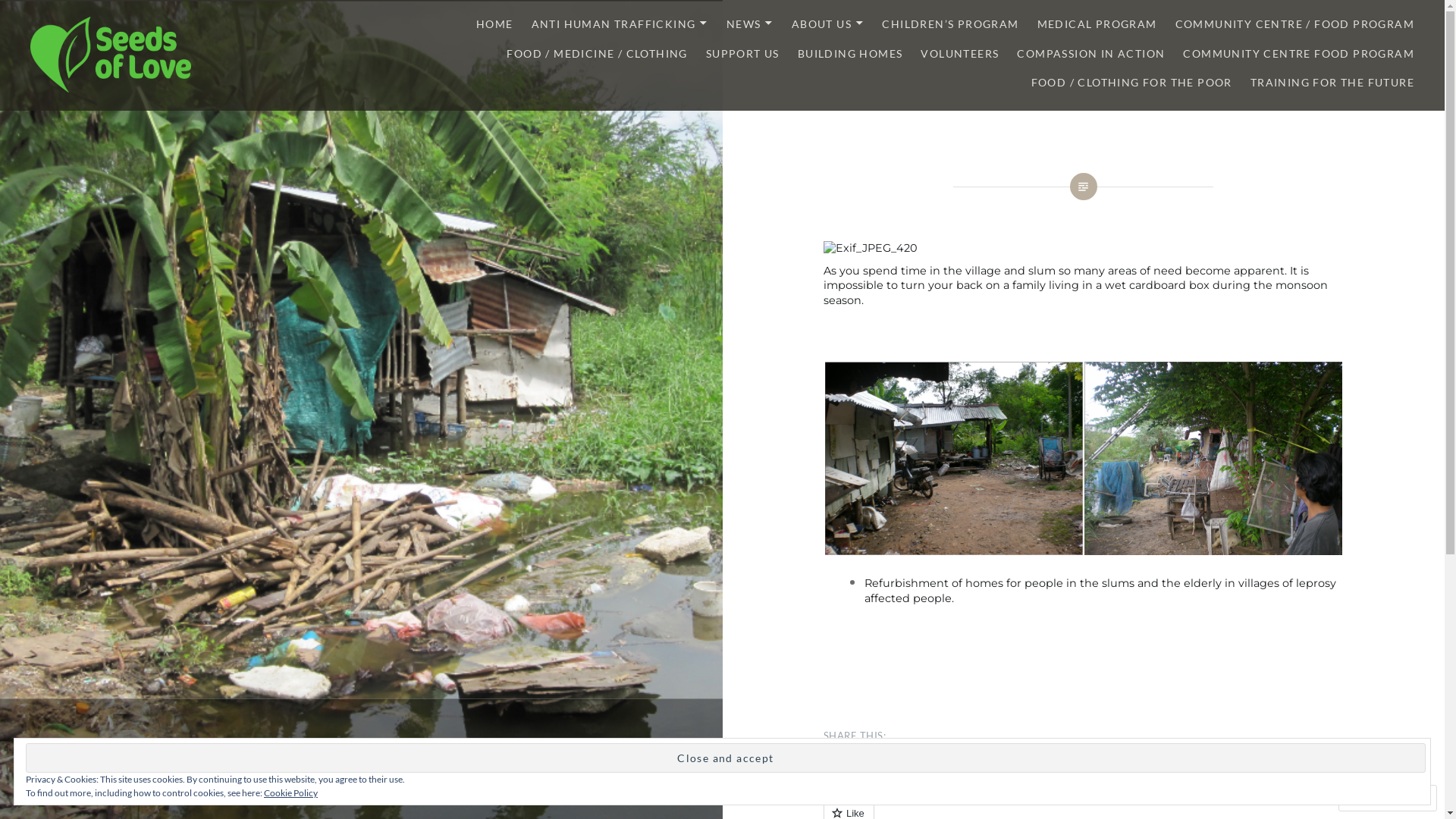 Image resolution: width=1456 pixels, height=819 pixels. What do you see at coordinates (1097, 24) in the screenshot?
I see `'MEDICAL PROGRAM'` at bounding box center [1097, 24].